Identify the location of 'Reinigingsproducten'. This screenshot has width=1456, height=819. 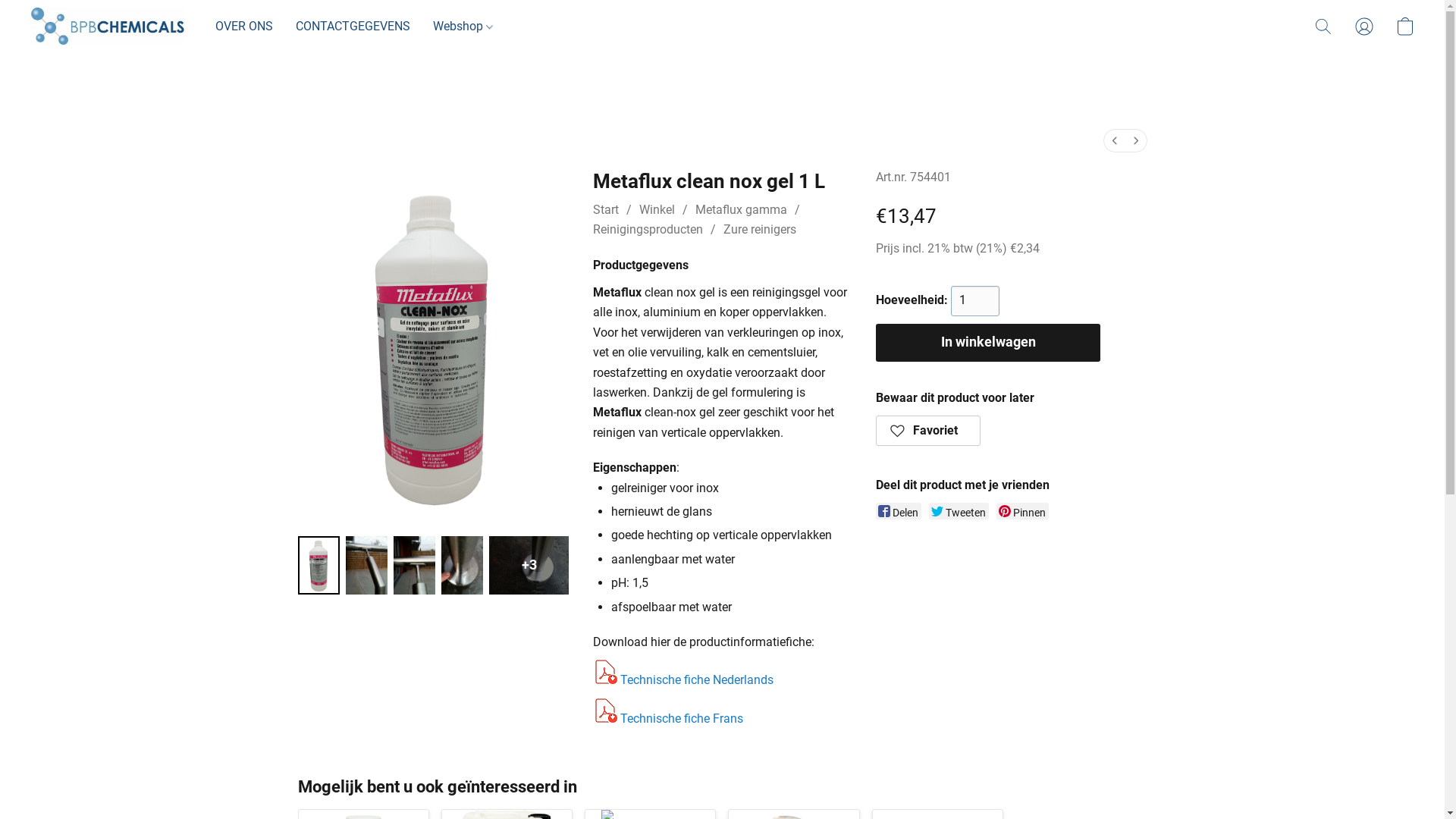
(699, 239).